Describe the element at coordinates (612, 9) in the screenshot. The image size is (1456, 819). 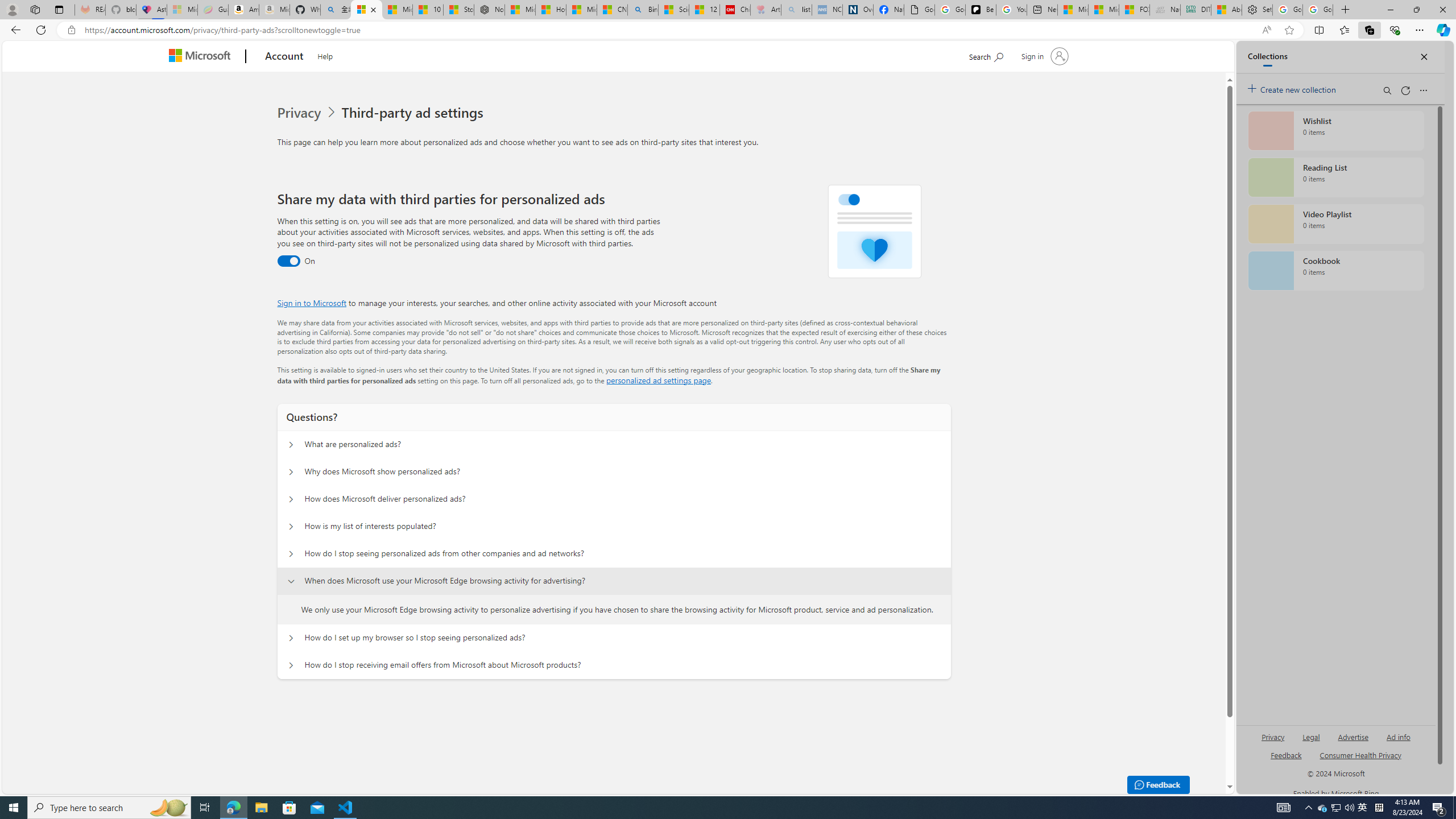
I see `'CNN - MSN'` at that location.